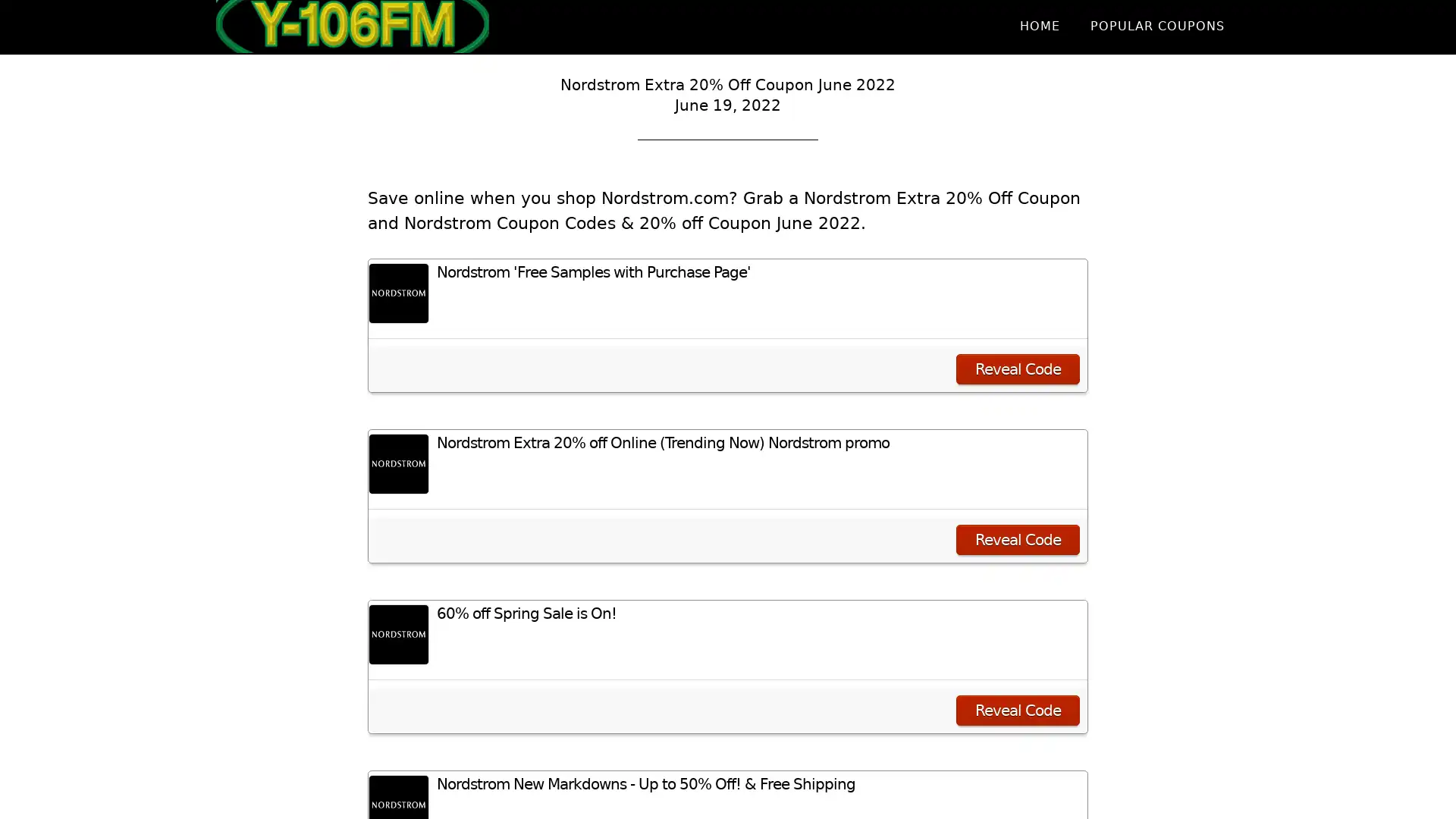  I want to click on Reveal Code, so click(1018, 539).